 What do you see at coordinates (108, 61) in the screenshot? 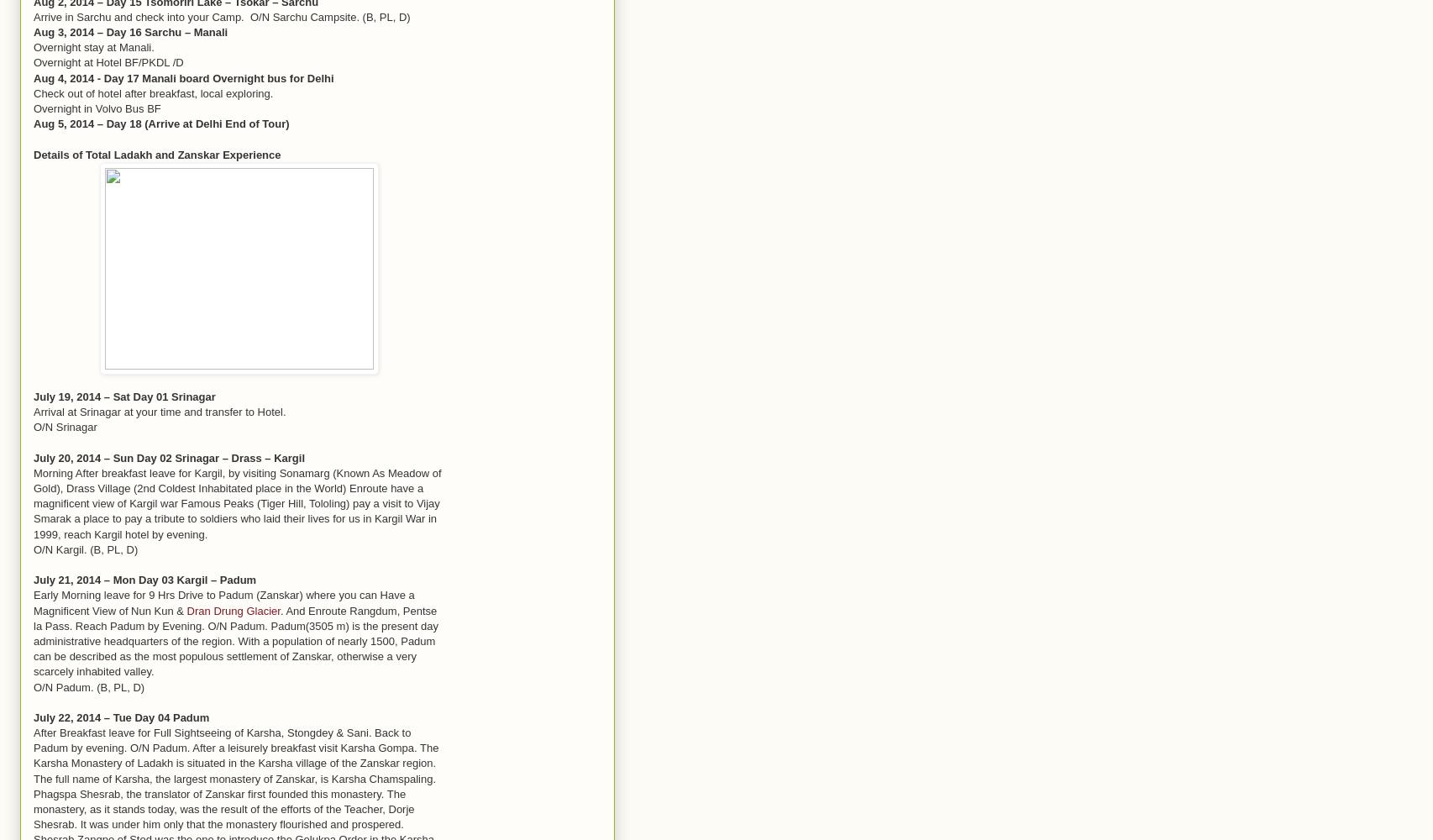
I see `'Overnight at Hotel BF/PKDL /D'` at bounding box center [108, 61].